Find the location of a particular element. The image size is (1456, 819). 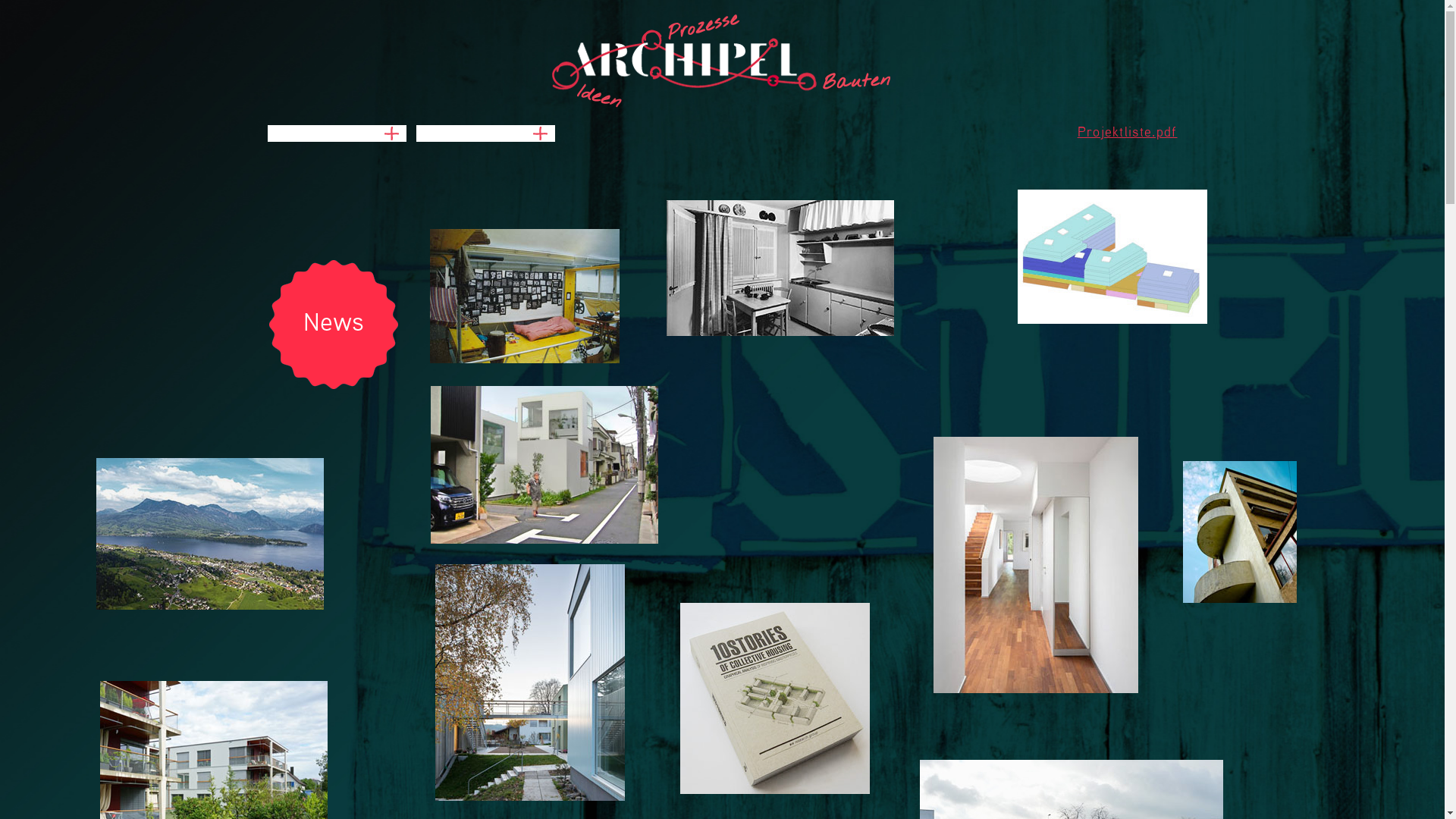

'Projektliste.pdf' is located at coordinates (1128, 131).